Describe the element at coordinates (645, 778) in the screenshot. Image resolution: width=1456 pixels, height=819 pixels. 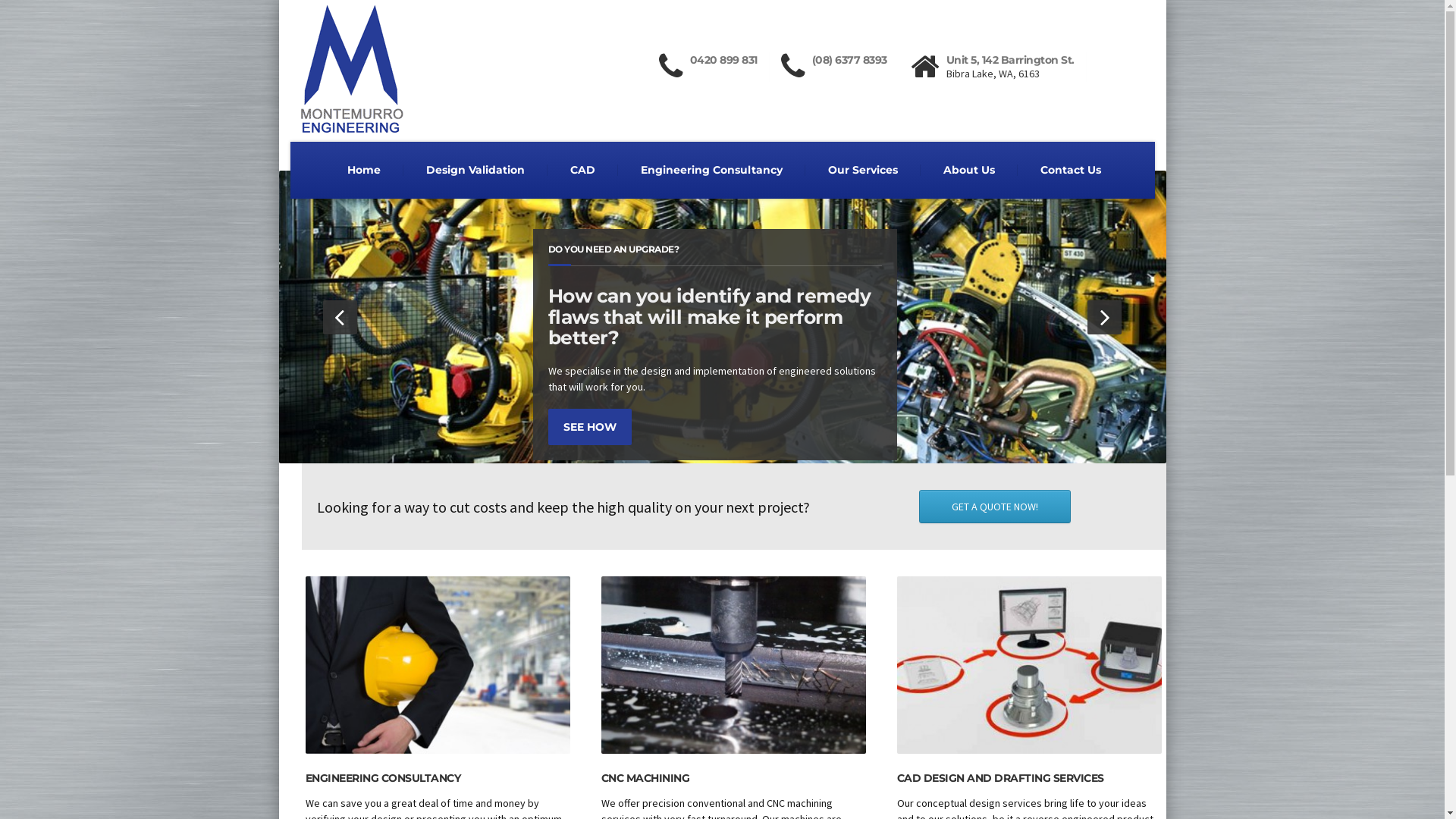
I see `'CNC MACHINING'` at that location.